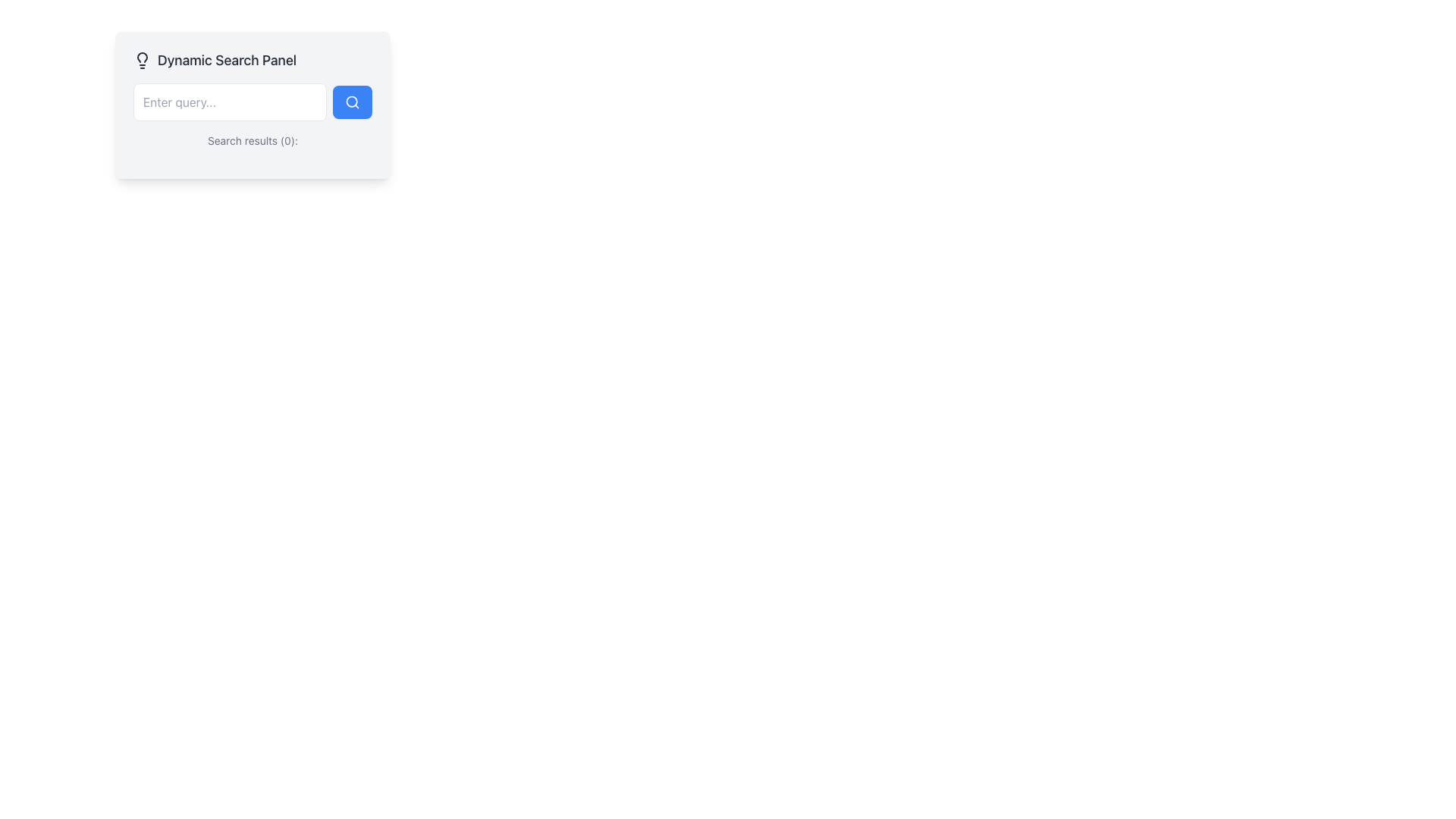  What do you see at coordinates (351, 102) in the screenshot?
I see `the central circular icon of the magnifying glass, which is located at the top-right corner of the search bar` at bounding box center [351, 102].